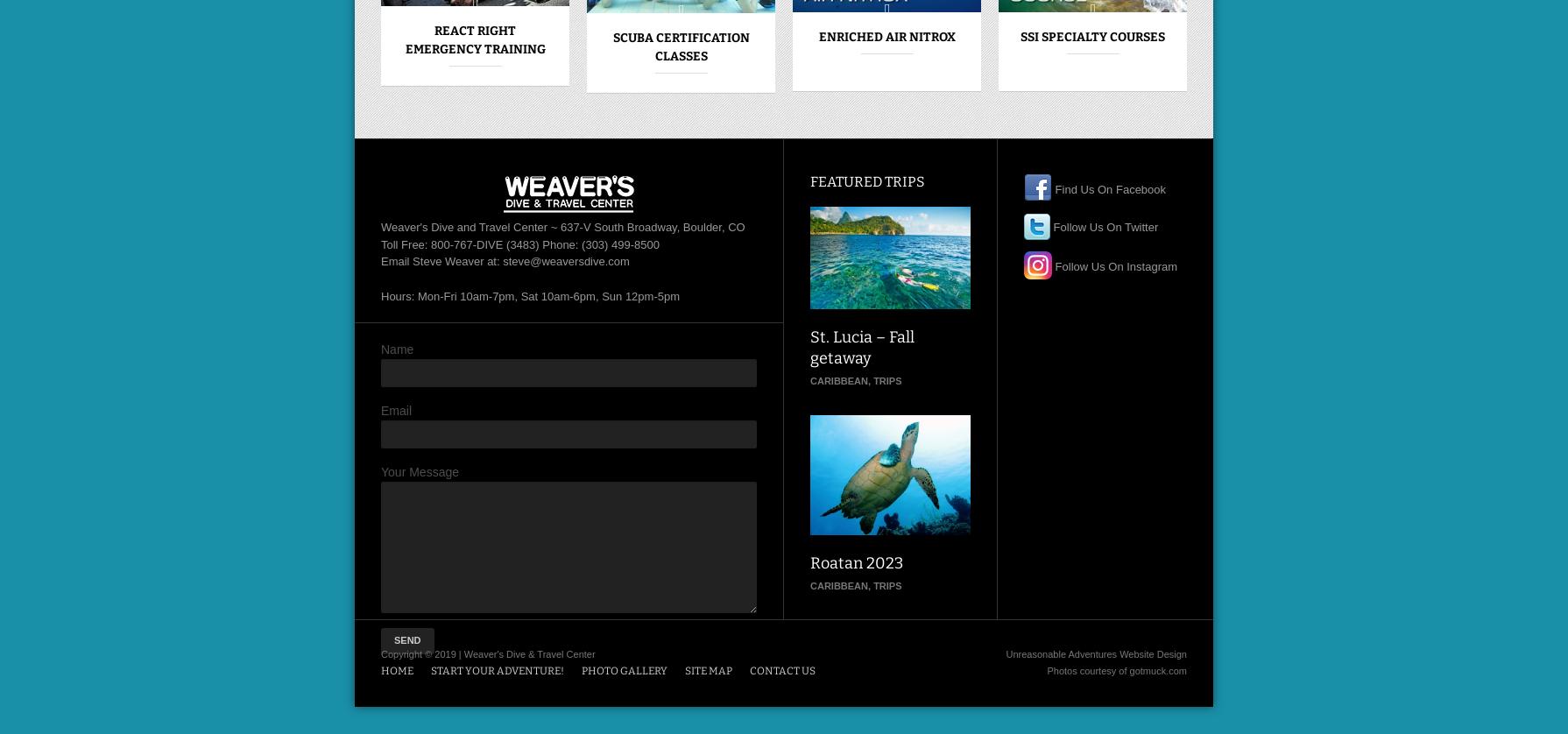 The image size is (1568, 734). What do you see at coordinates (1051, 187) in the screenshot?
I see `'Find Us On Facebook'` at bounding box center [1051, 187].